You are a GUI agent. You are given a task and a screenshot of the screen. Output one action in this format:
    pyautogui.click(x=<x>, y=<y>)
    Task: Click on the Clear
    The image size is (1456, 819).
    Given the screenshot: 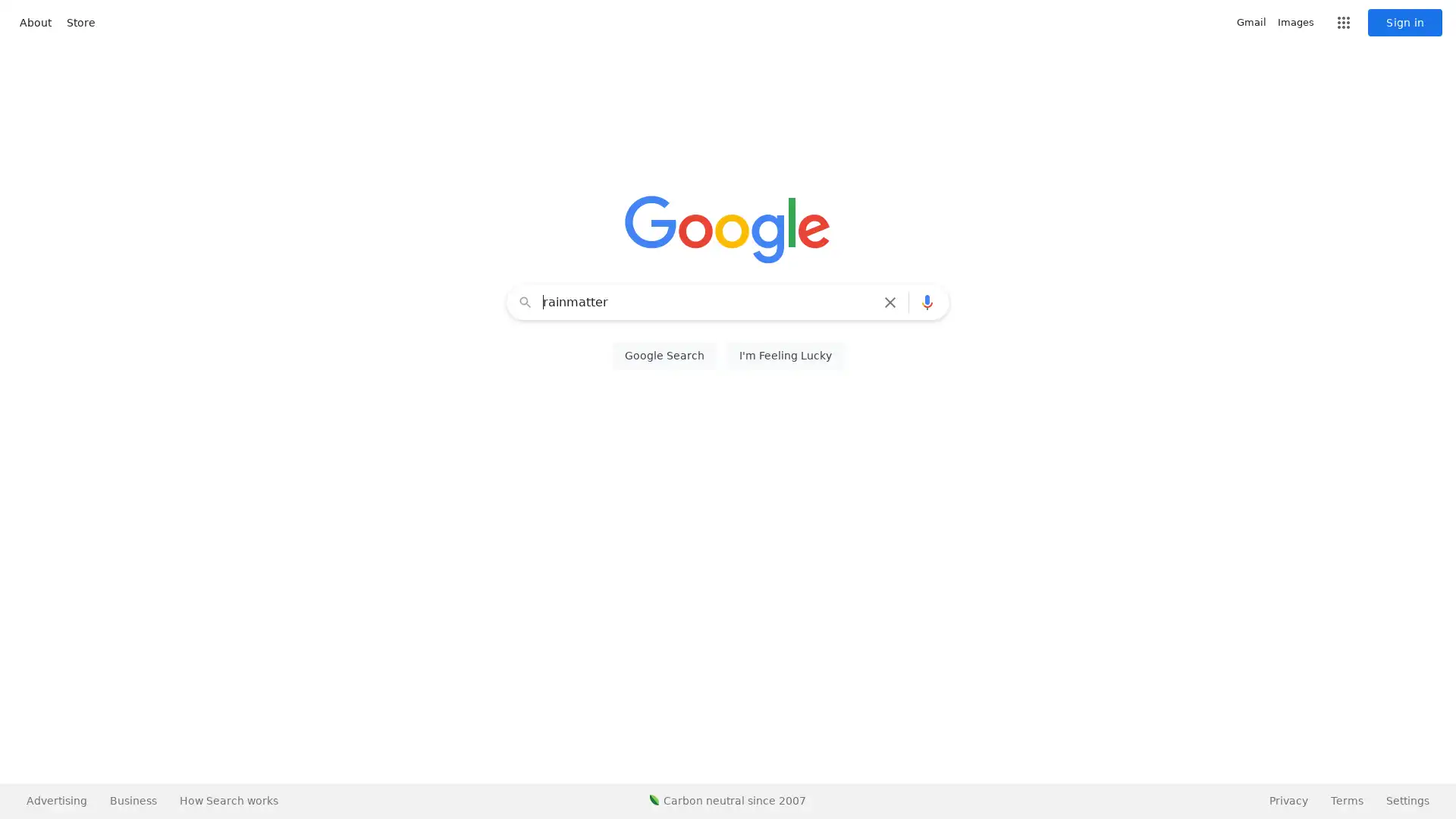 What is the action you would take?
    pyautogui.click(x=893, y=302)
    